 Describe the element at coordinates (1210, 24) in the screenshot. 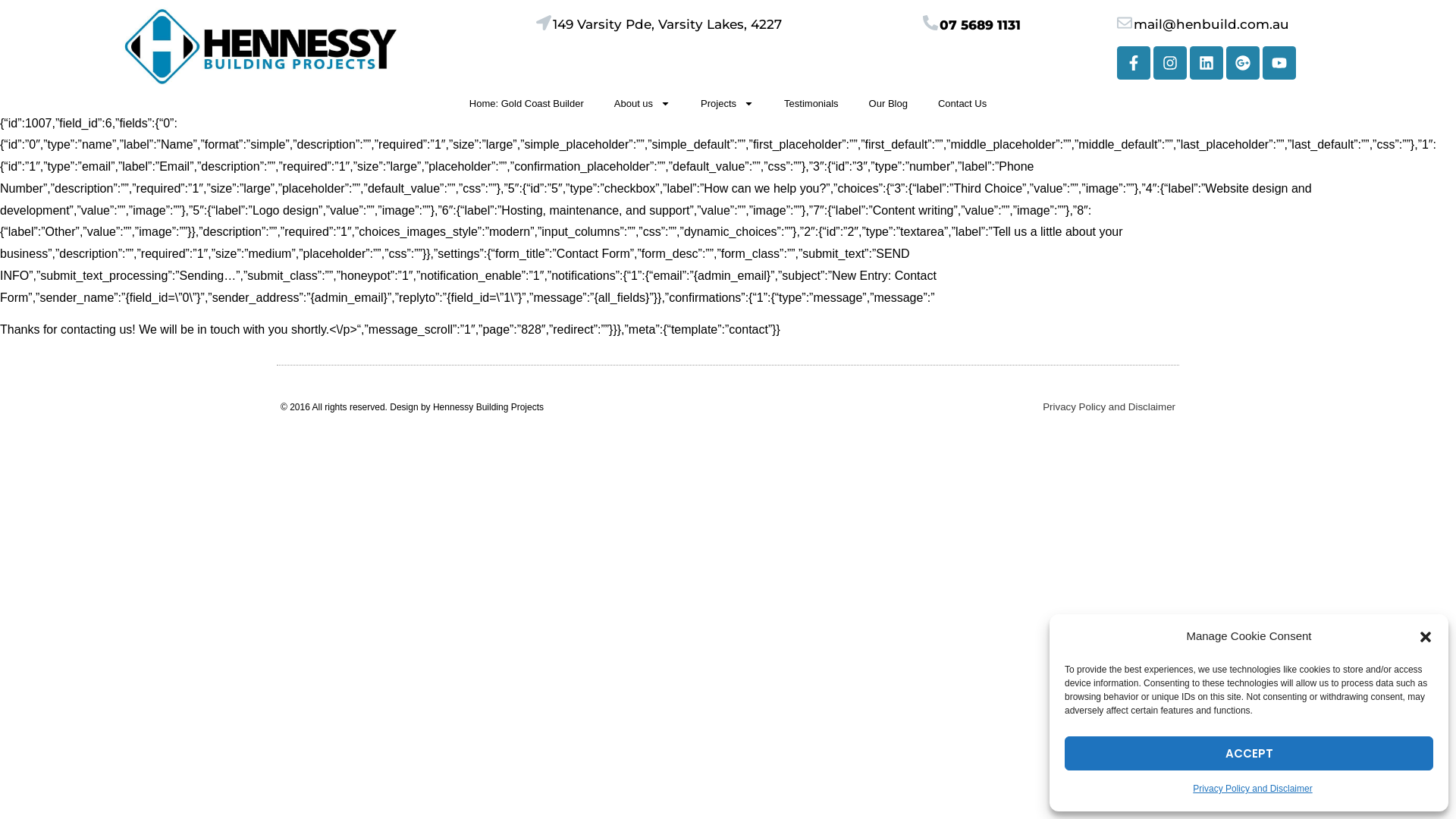

I see `'mail@henbuild.com.au'` at that location.